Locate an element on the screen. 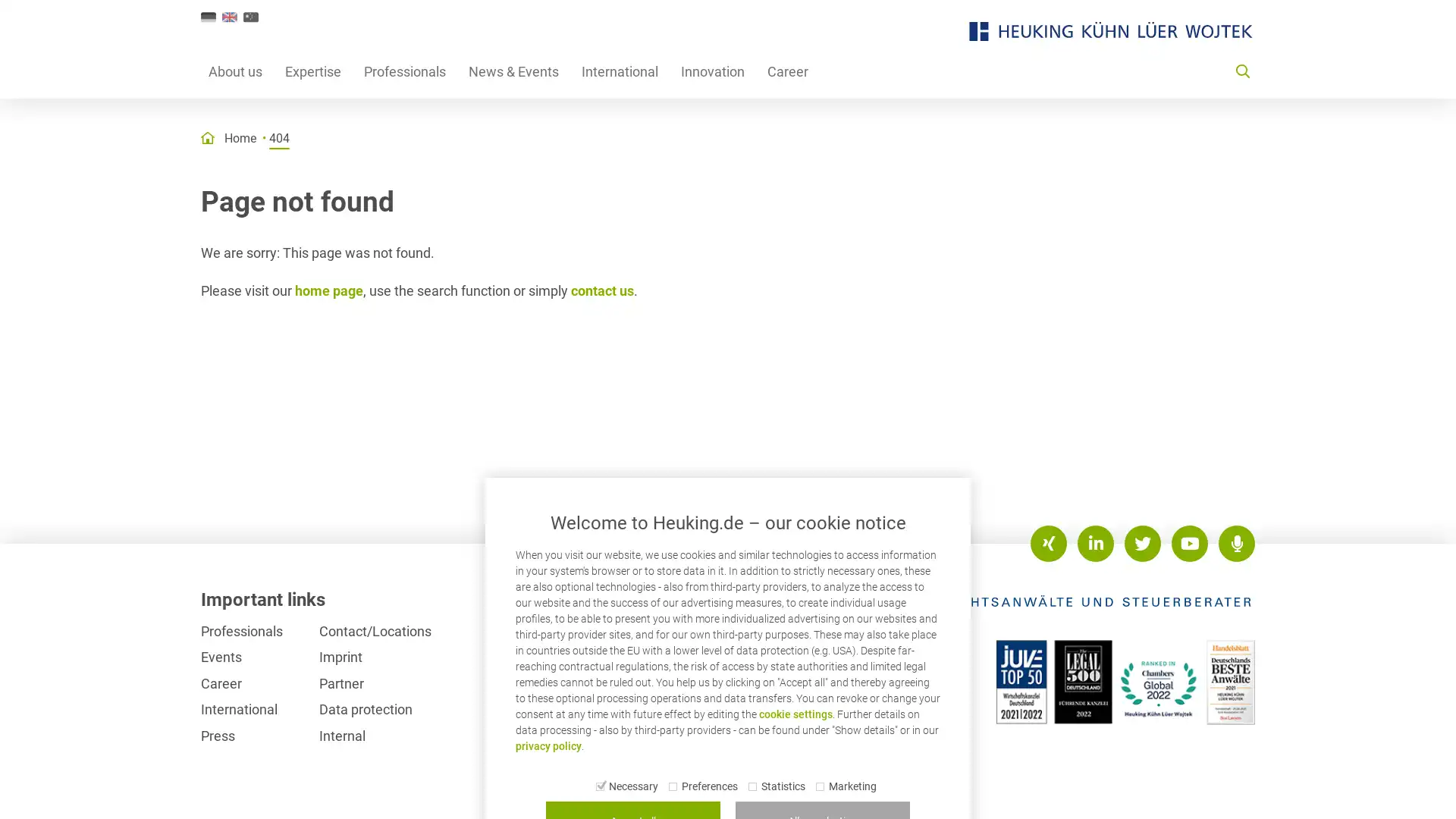  LinkedIn is located at coordinates (1095, 542).